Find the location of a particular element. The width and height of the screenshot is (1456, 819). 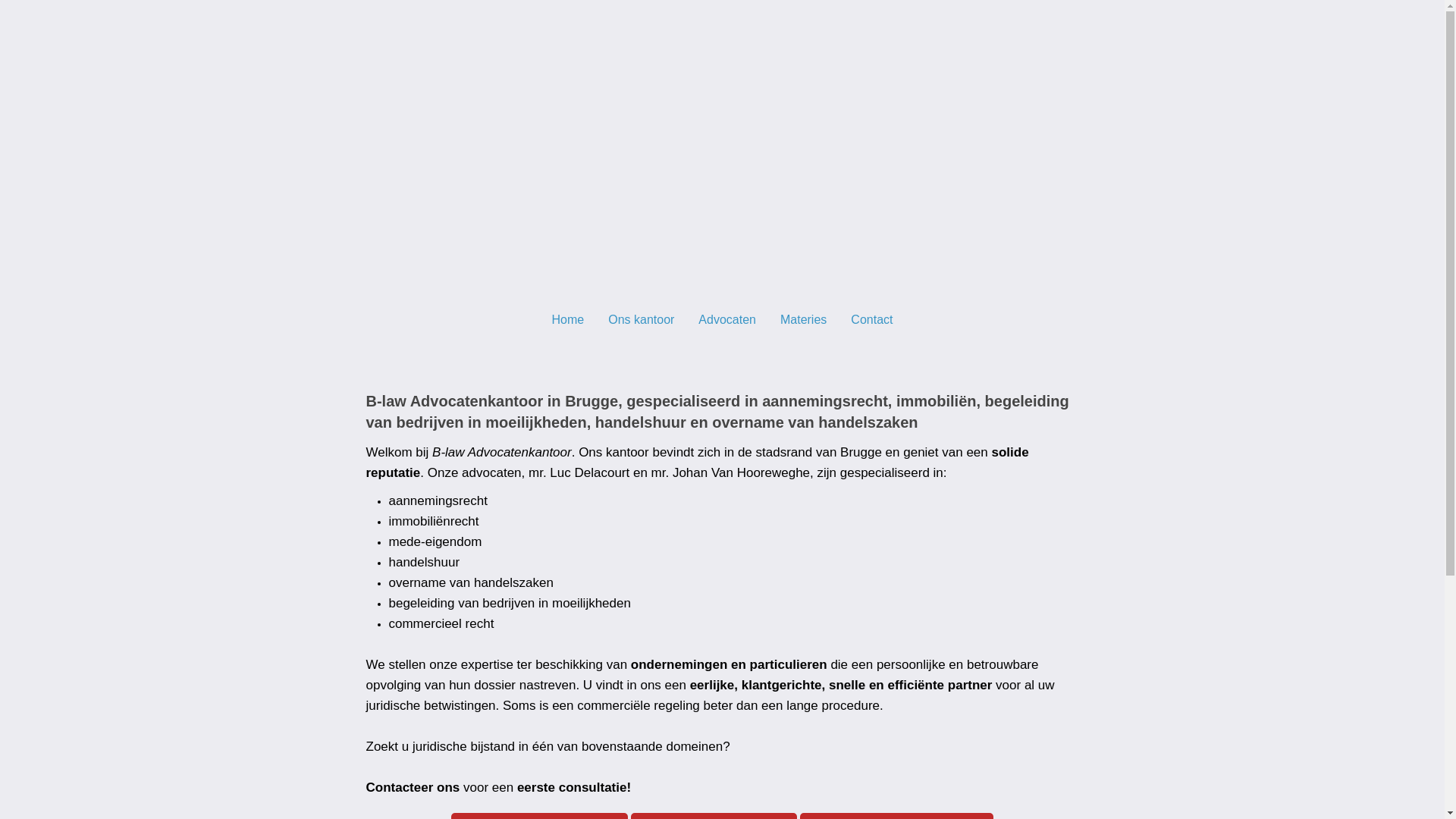

'Ons kantoor' is located at coordinates (595, 317).